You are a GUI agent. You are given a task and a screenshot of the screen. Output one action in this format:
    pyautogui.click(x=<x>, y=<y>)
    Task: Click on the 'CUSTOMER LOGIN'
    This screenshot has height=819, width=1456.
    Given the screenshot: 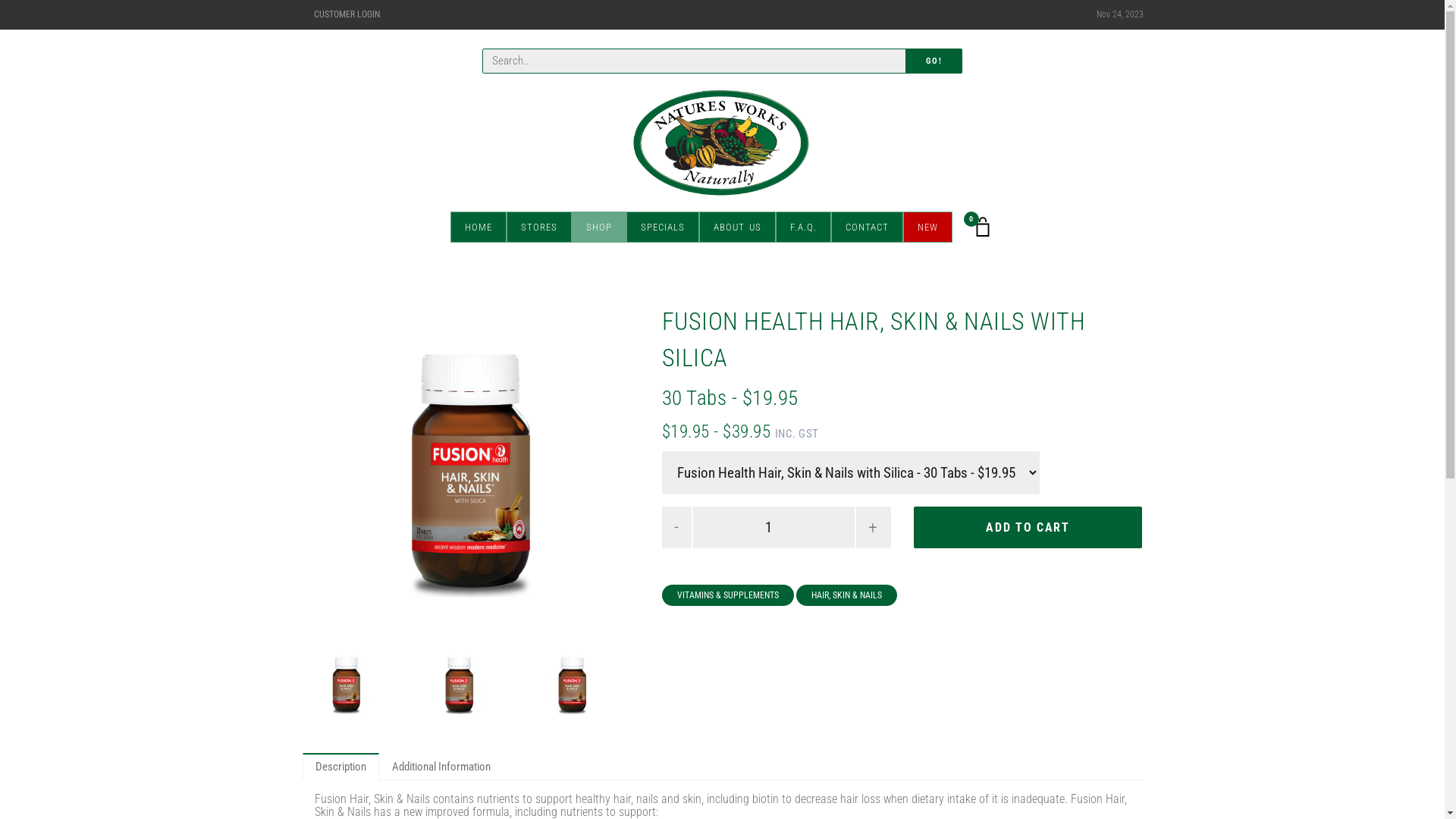 What is the action you would take?
    pyautogui.click(x=346, y=14)
    